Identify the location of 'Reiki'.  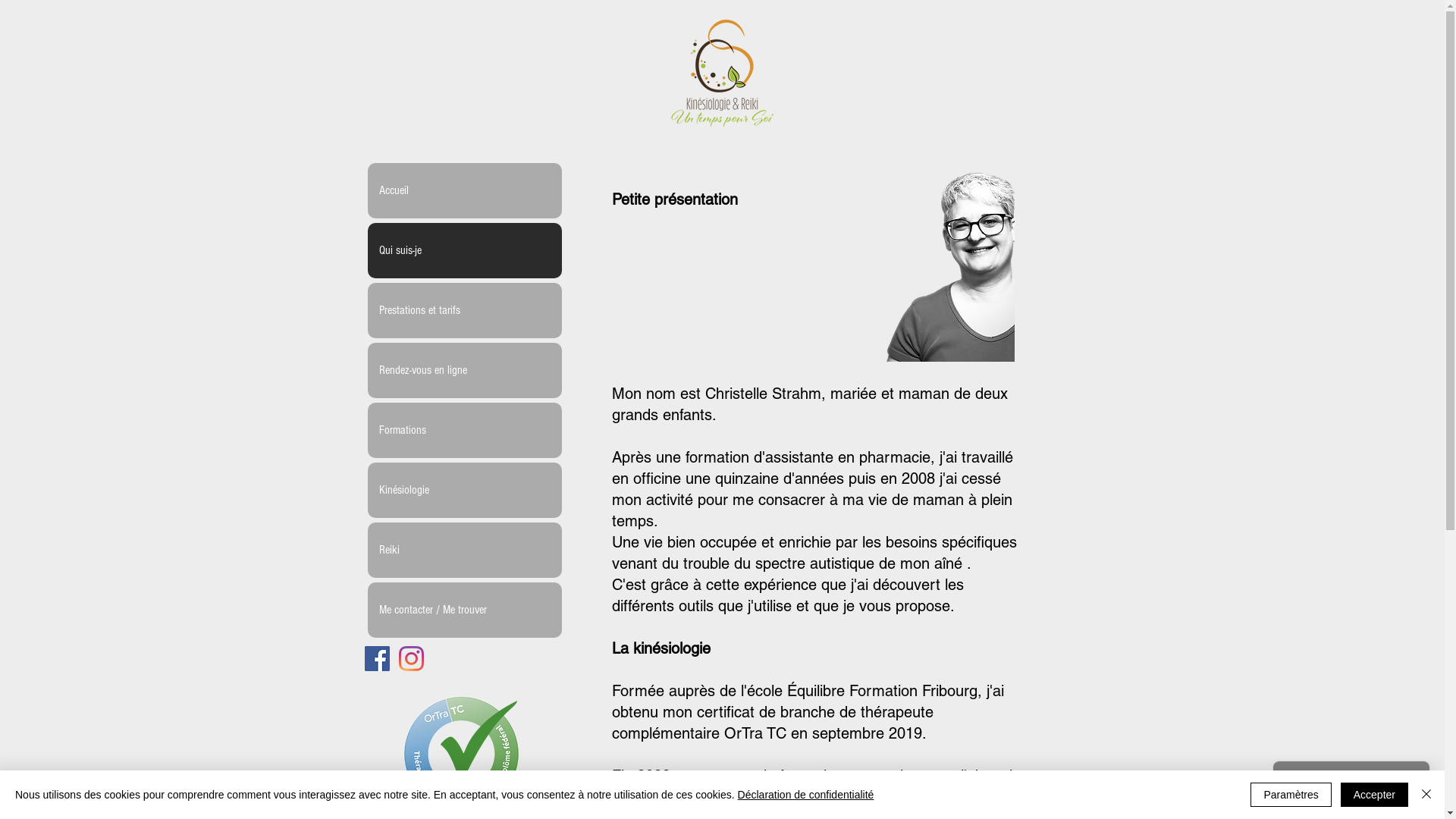
(463, 550).